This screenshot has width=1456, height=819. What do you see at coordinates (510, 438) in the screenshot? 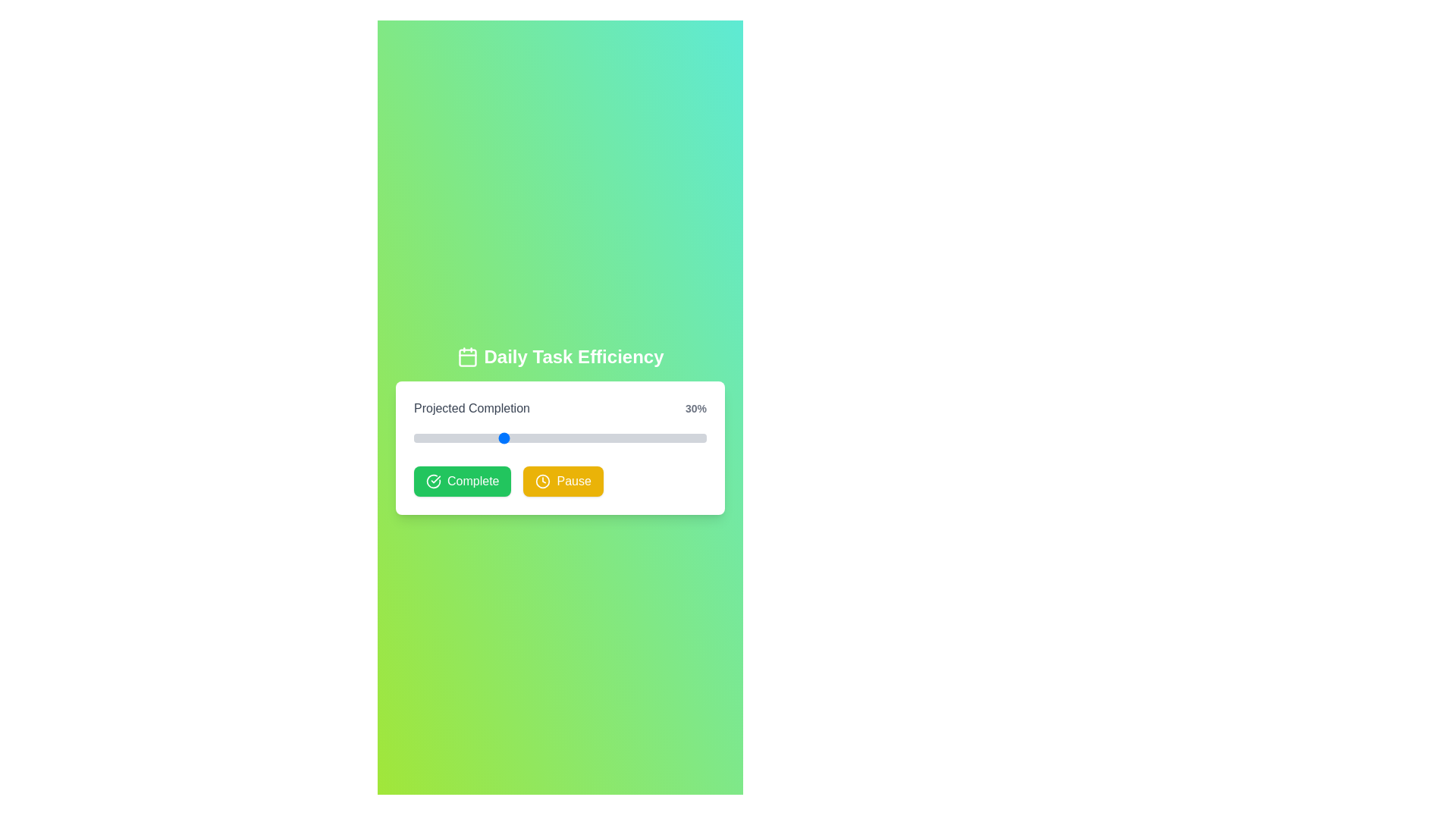
I see `the progress slider to 33%` at bounding box center [510, 438].